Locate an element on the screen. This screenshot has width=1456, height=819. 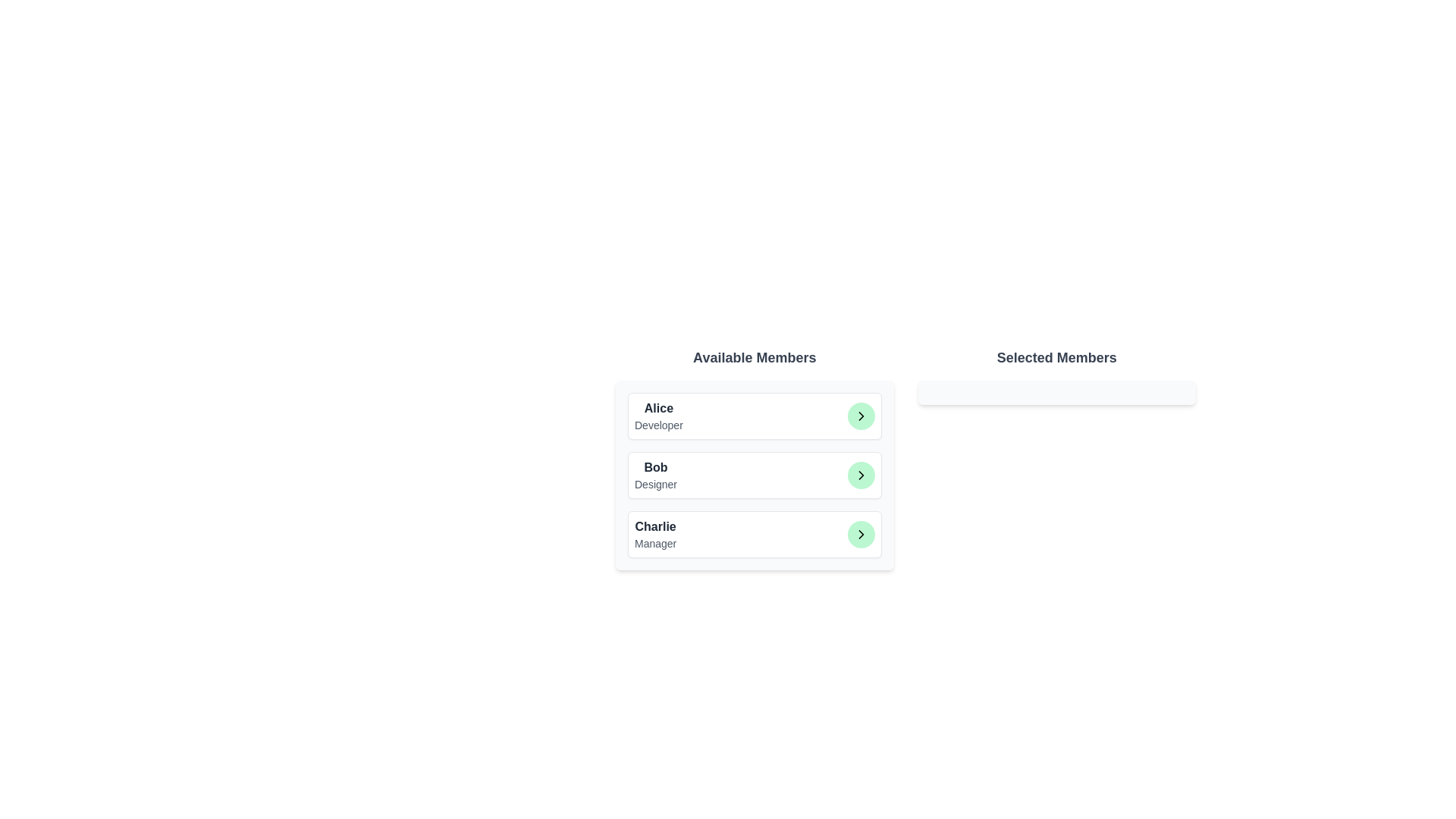
the button corresponding to Charlie to observe the hover effect is located at coordinates (861, 534).